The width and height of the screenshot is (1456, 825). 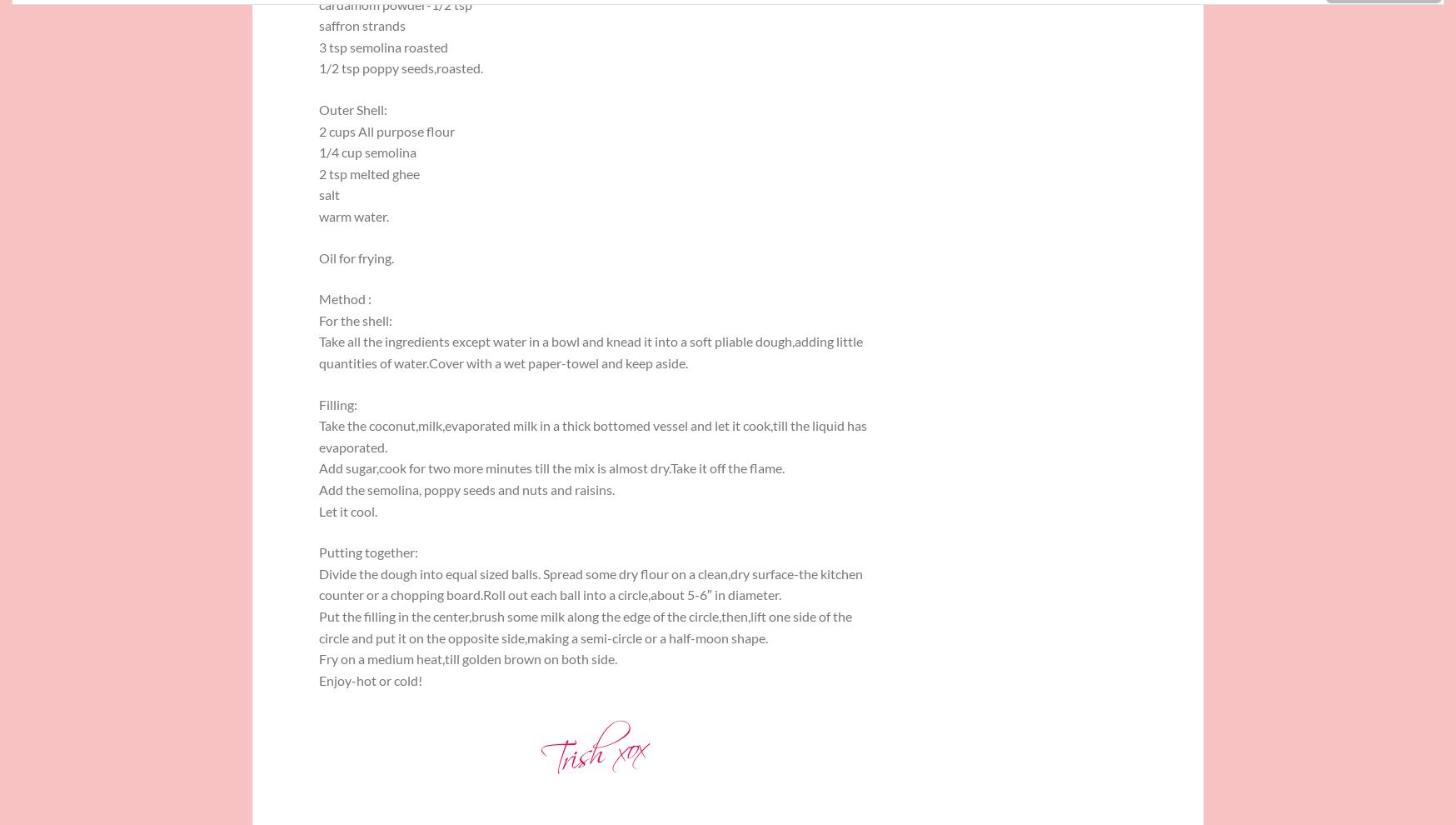 What do you see at coordinates (318, 403) in the screenshot?
I see `'Filling:'` at bounding box center [318, 403].